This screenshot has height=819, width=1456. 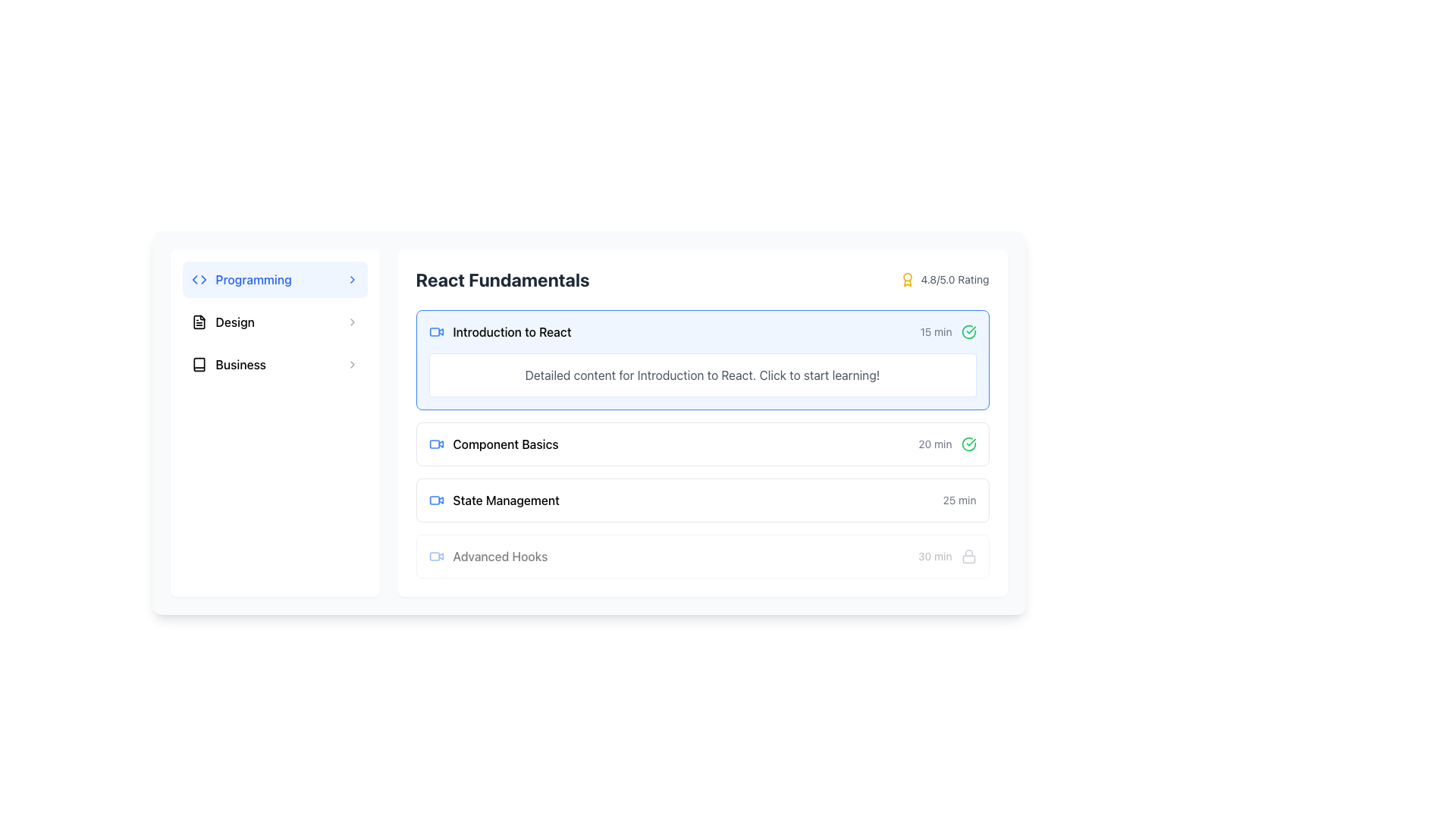 I want to click on explanatory text within the white card titled 'Introduction to React', which is located under the 'React Fundamentals' header, so click(x=701, y=375).